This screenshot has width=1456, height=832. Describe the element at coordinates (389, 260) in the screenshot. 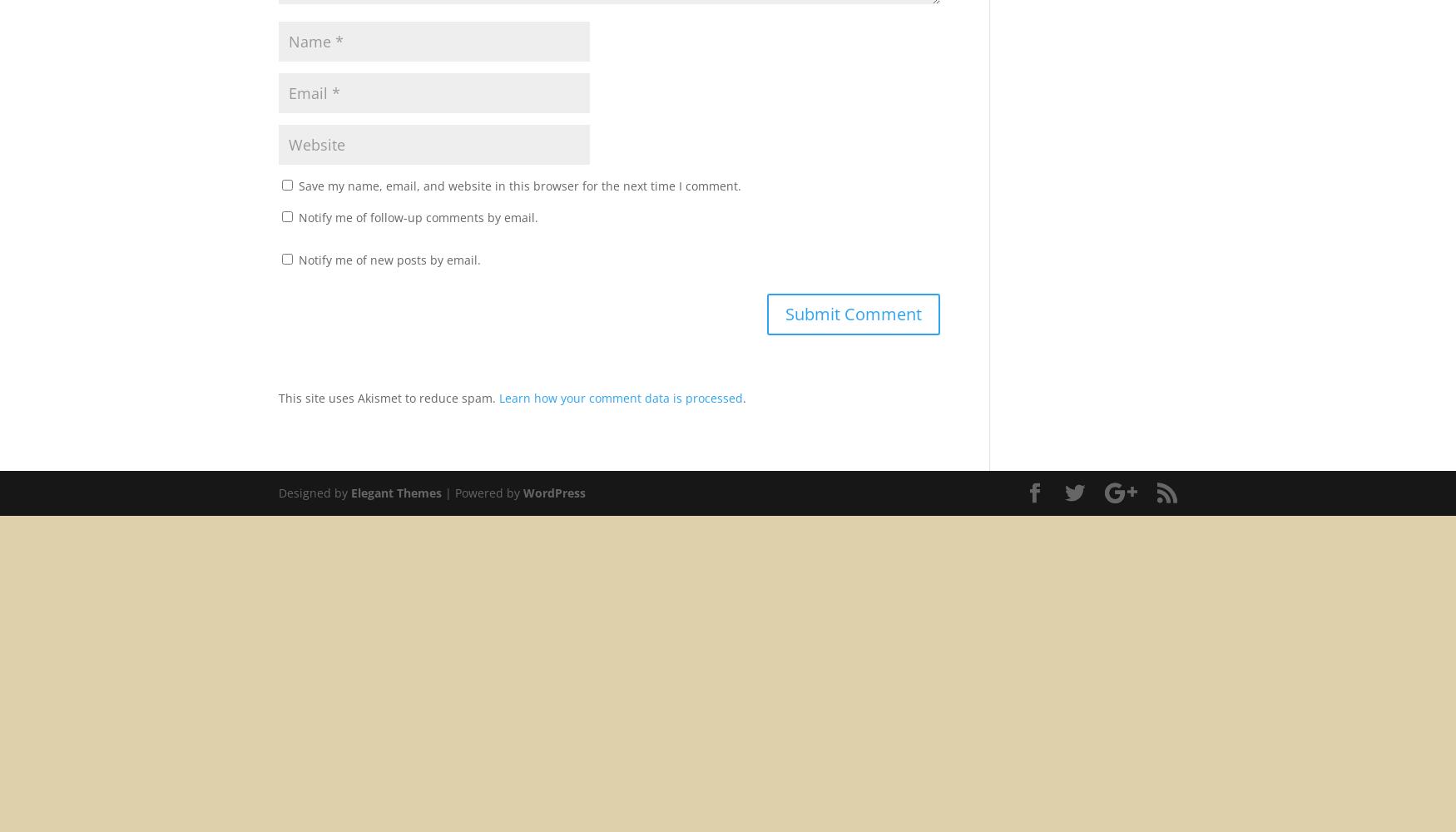

I see `'Notify me of new posts by email.'` at that location.